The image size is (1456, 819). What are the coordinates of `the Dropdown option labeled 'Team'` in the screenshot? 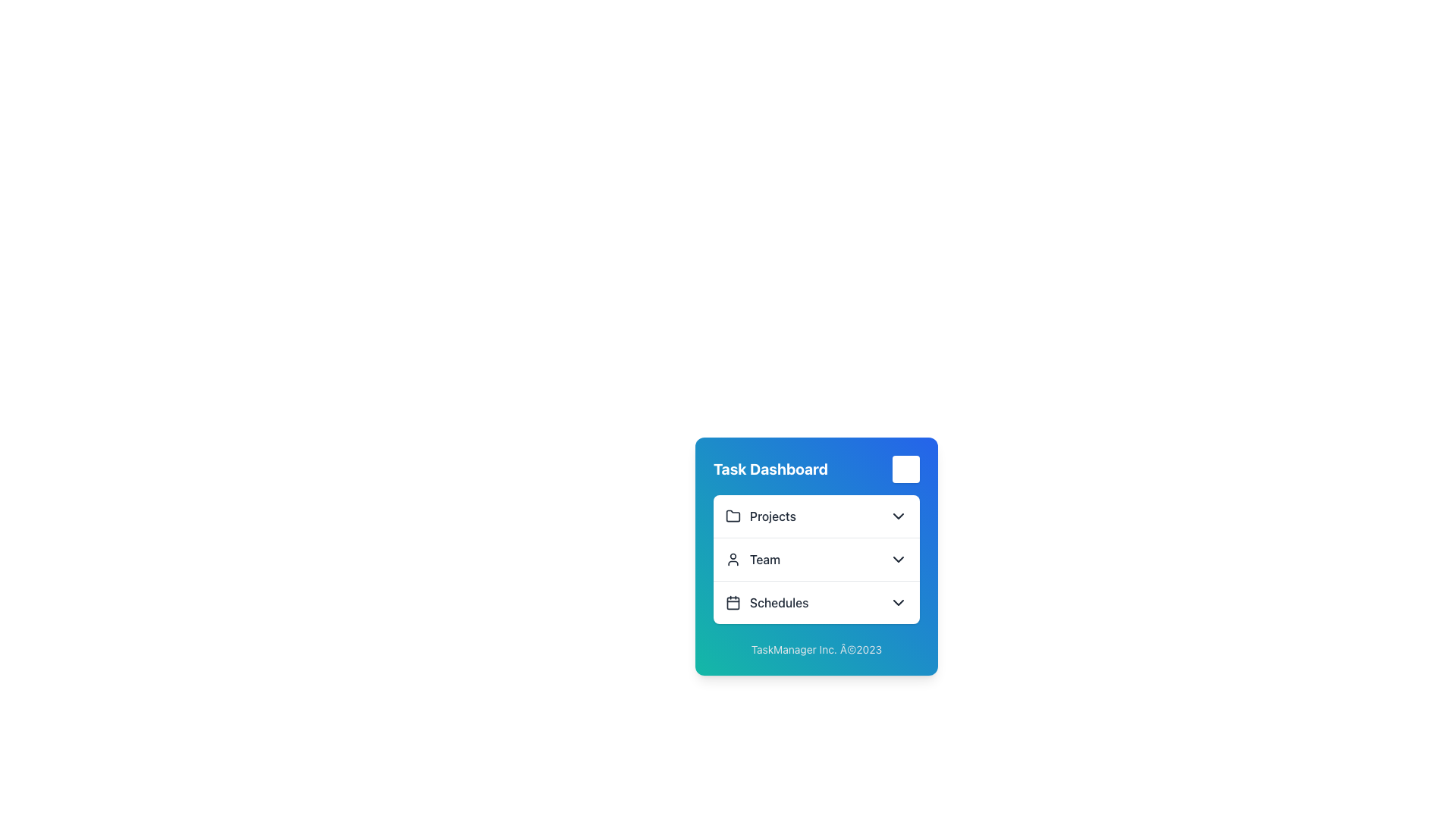 It's located at (815, 559).